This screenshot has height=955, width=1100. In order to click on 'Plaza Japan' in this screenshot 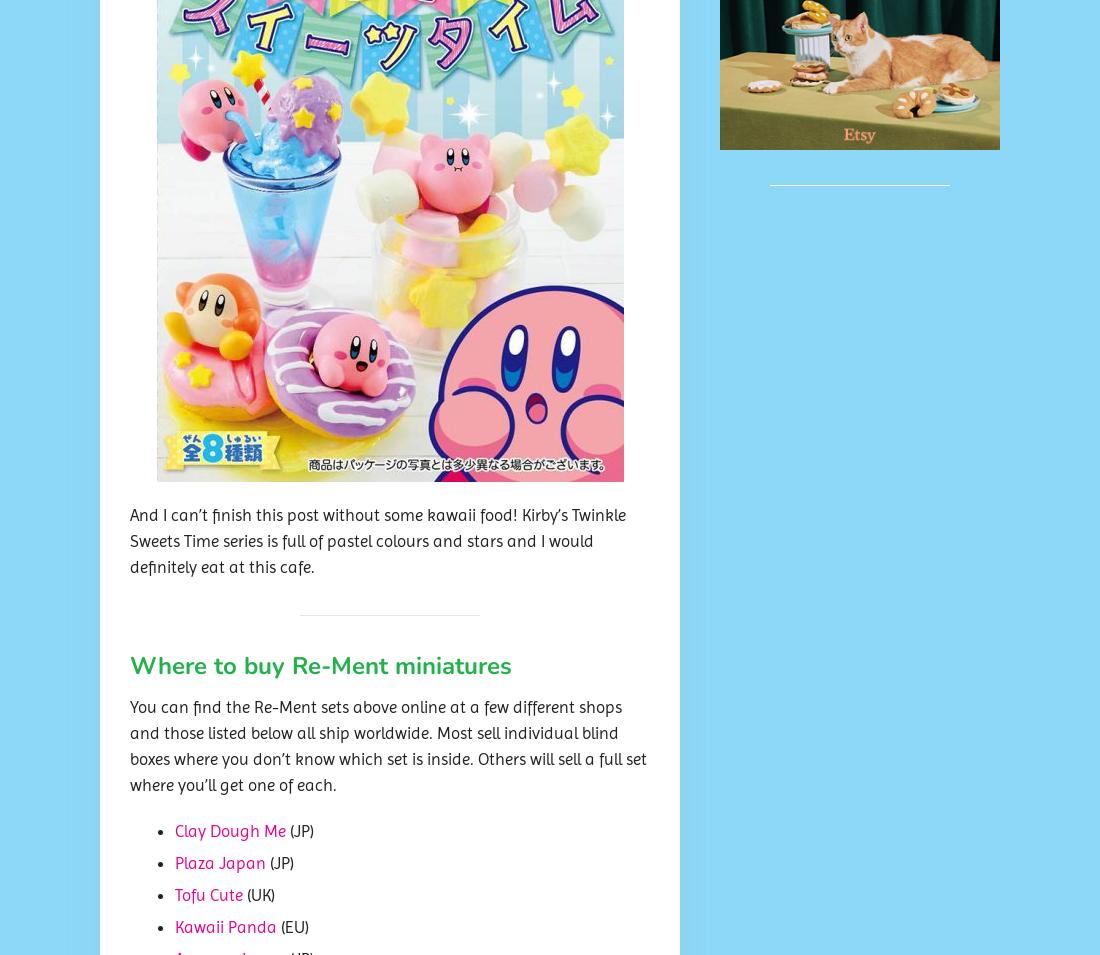, I will do `click(174, 863)`.